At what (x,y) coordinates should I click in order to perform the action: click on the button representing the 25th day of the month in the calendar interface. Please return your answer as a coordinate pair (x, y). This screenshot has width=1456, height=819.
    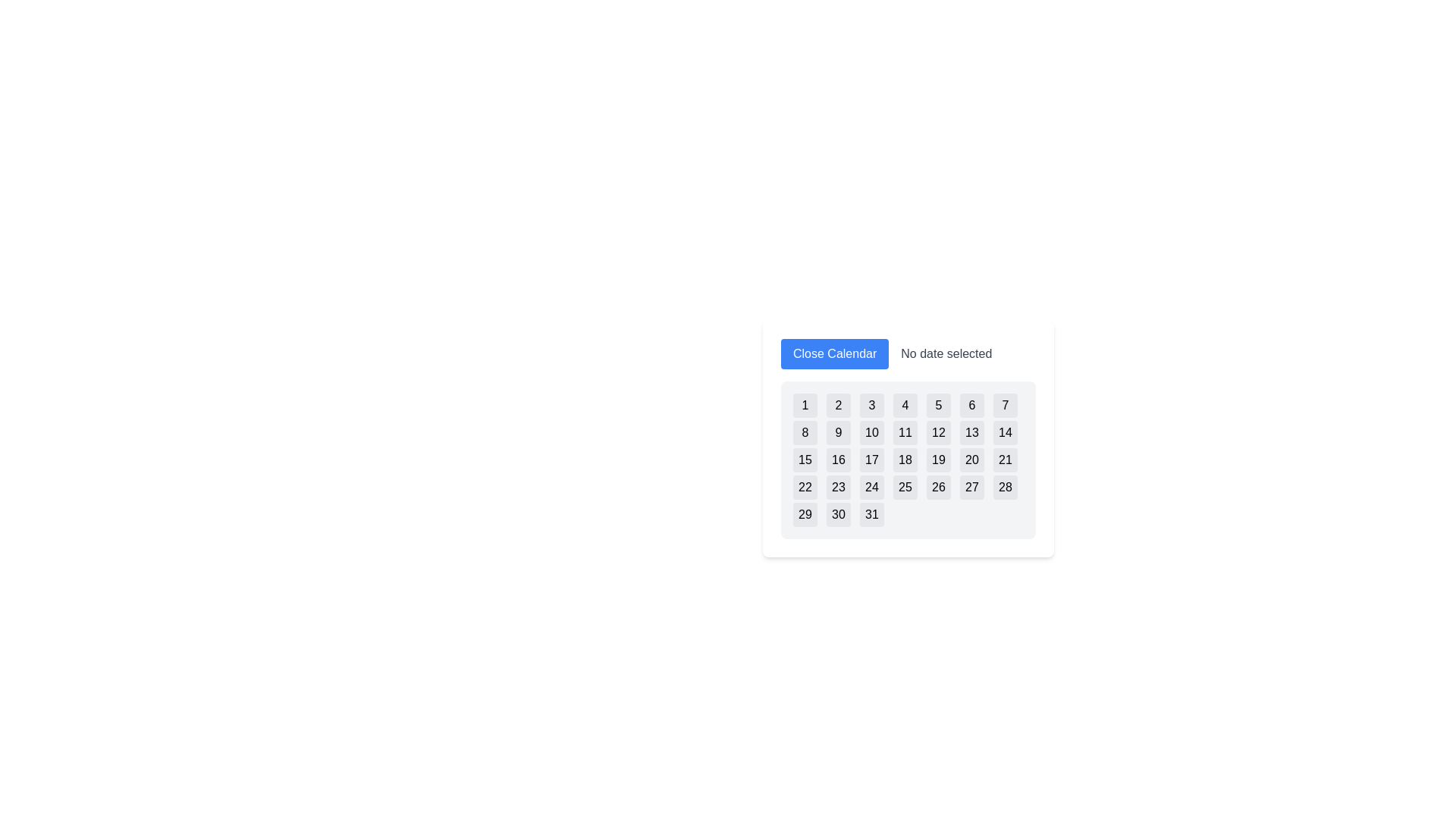
    Looking at the image, I should click on (905, 488).